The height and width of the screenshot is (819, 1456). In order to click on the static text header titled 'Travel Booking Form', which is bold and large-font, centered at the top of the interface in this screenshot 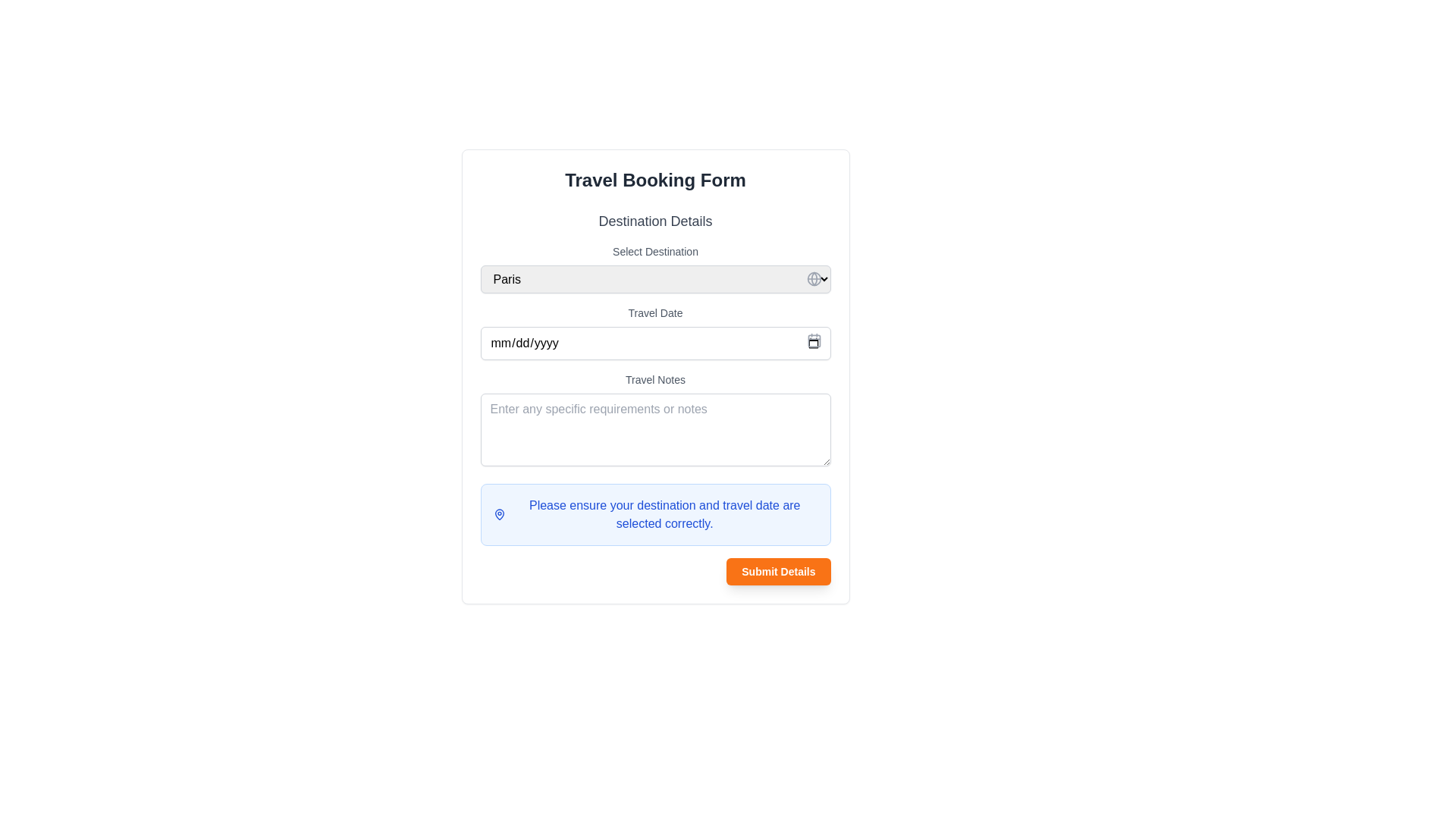, I will do `click(655, 180)`.